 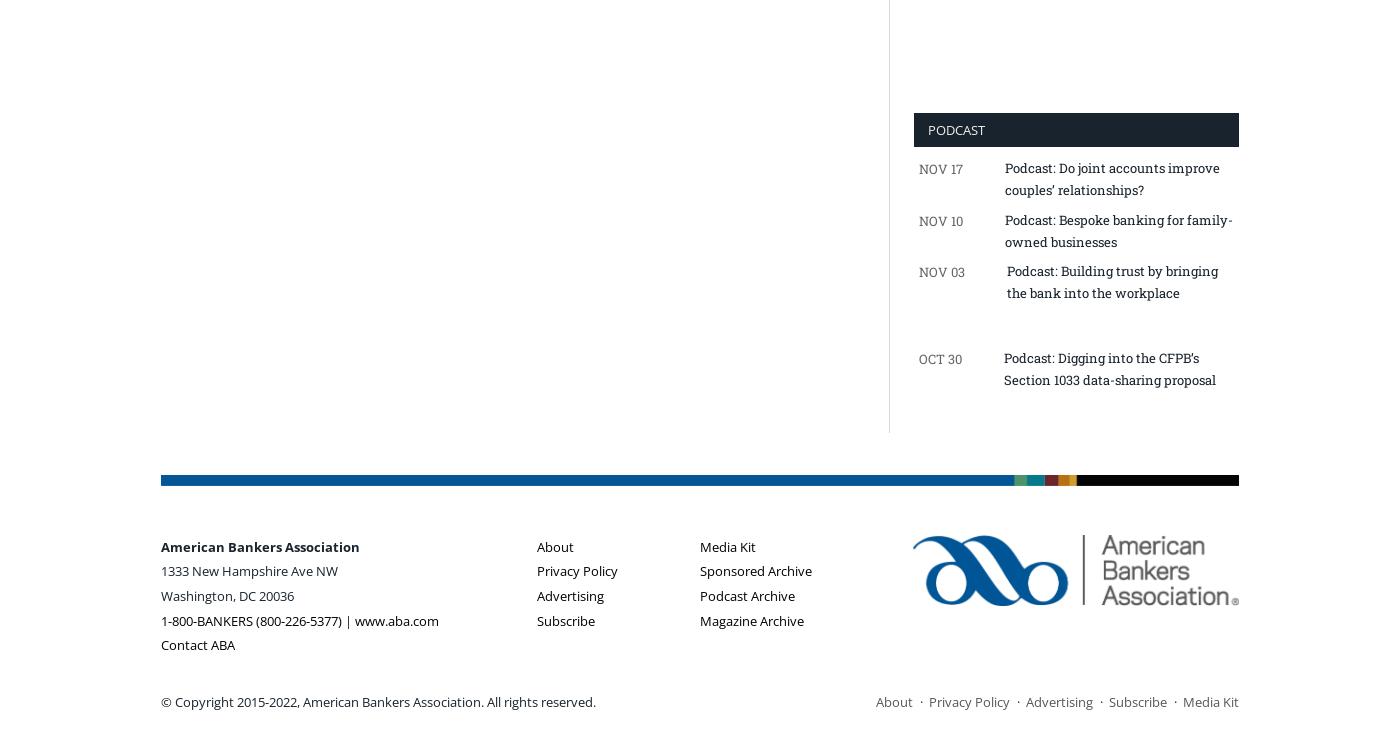 What do you see at coordinates (756, 569) in the screenshot?
I see `'Sponsored Archive'` at bounding box center [756, 569].